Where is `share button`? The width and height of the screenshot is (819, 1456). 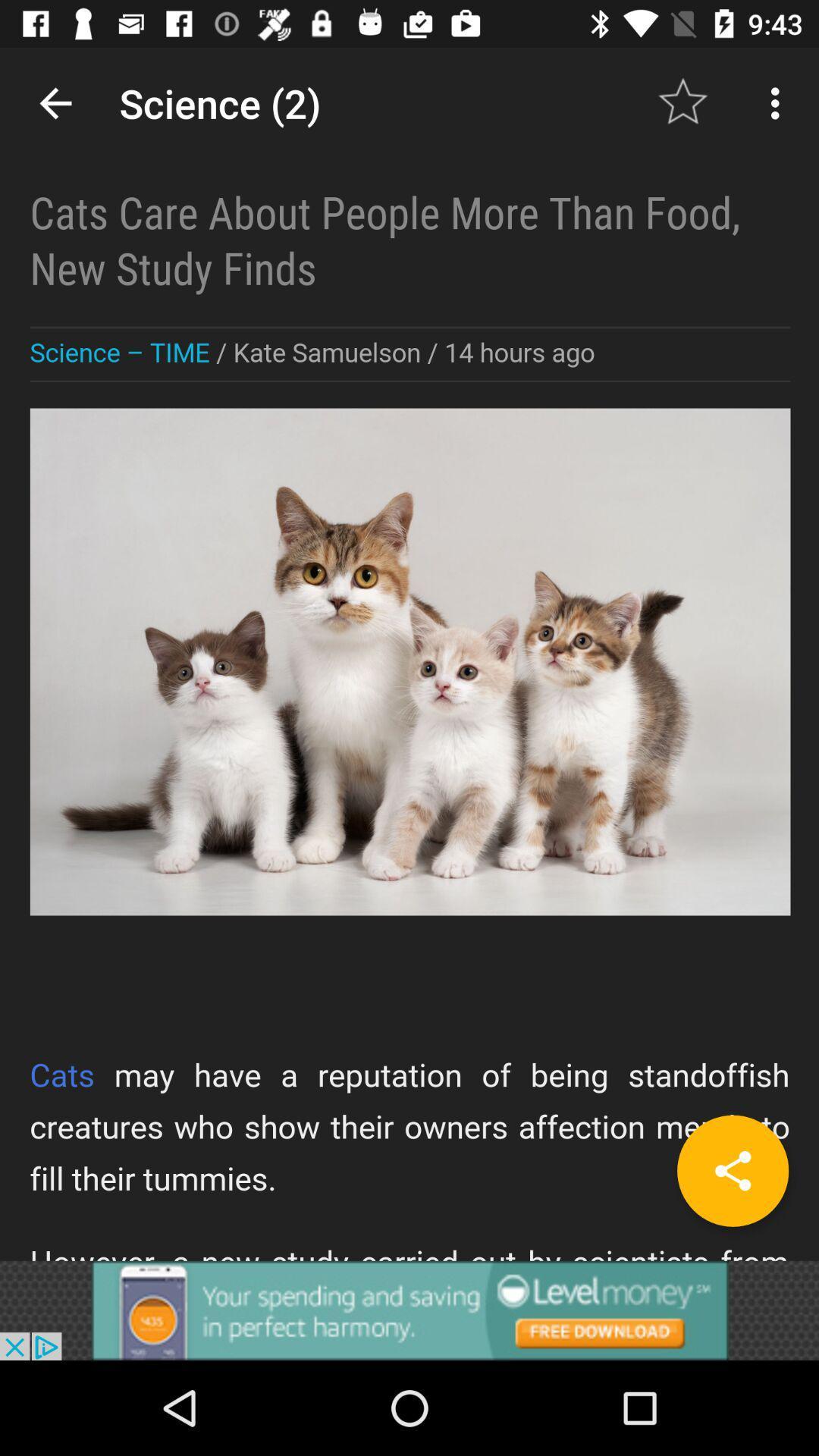 share button is located at coordinates (732, 1170).